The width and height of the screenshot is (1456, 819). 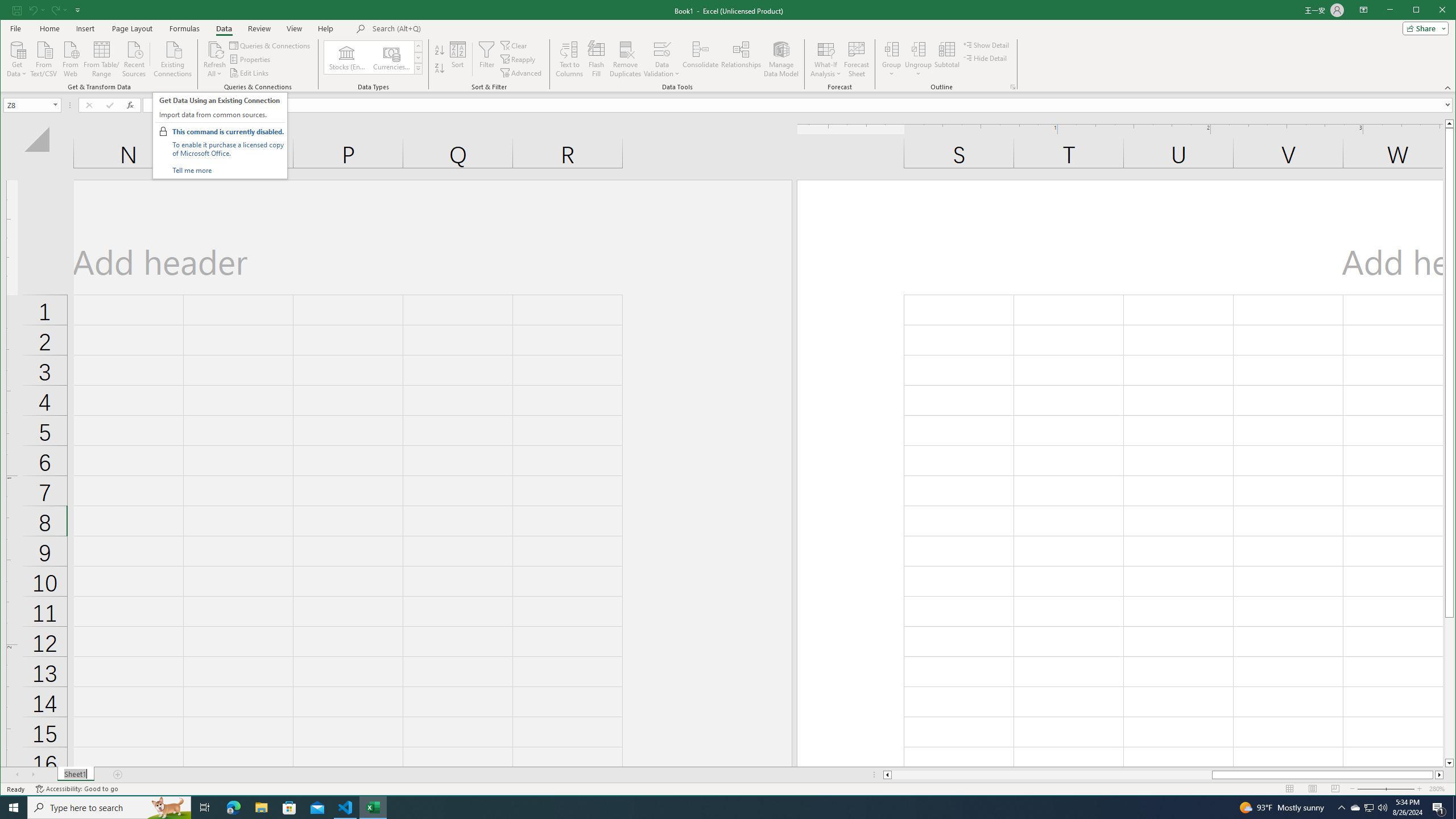 What do you see at coordinates (109, 806) in the screenshot?
I see `'Type here to search'` at bounding box center [109, 806].